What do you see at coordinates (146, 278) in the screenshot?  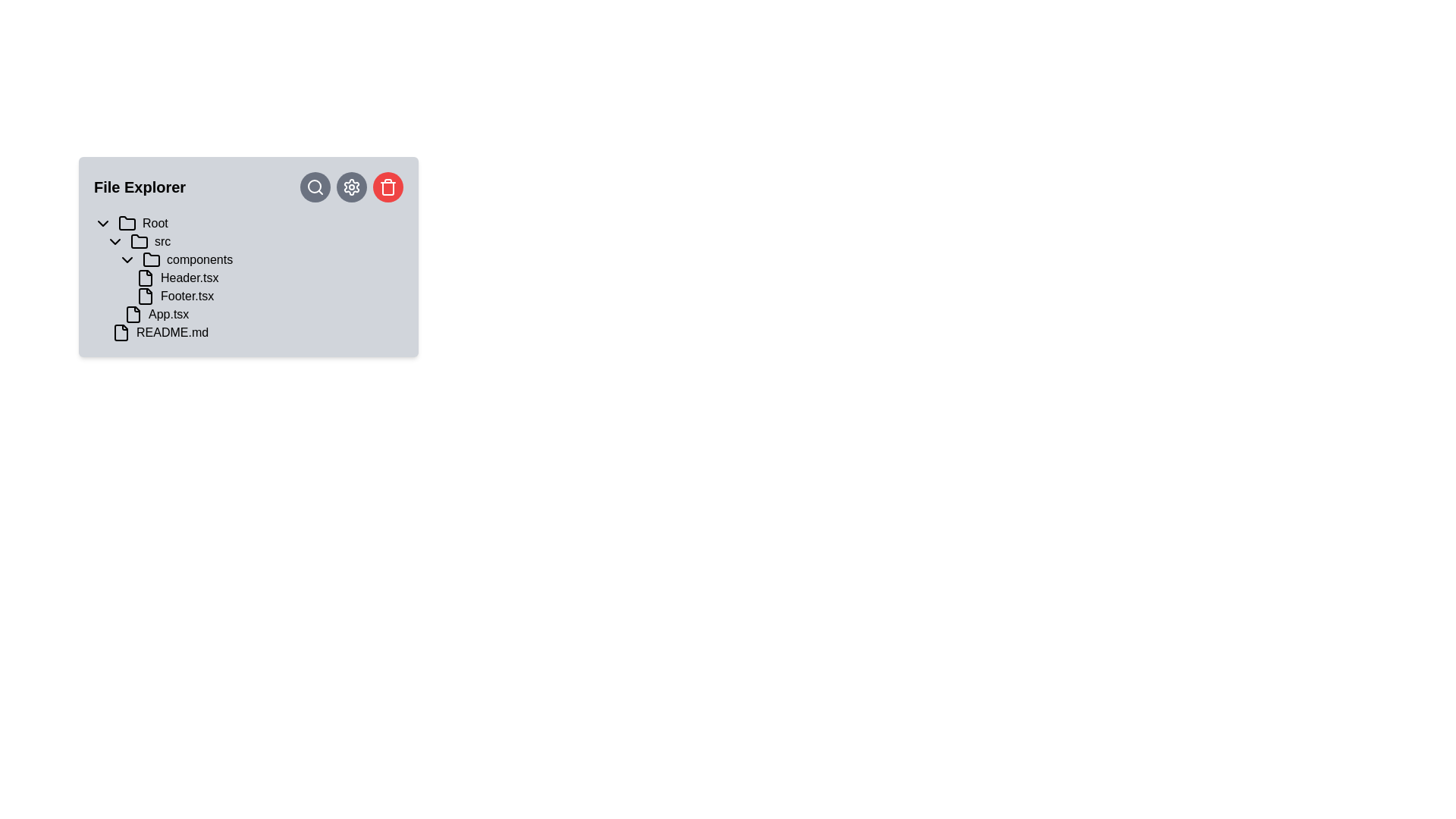 I see `the document icon next` at bounding box center [146, 278].